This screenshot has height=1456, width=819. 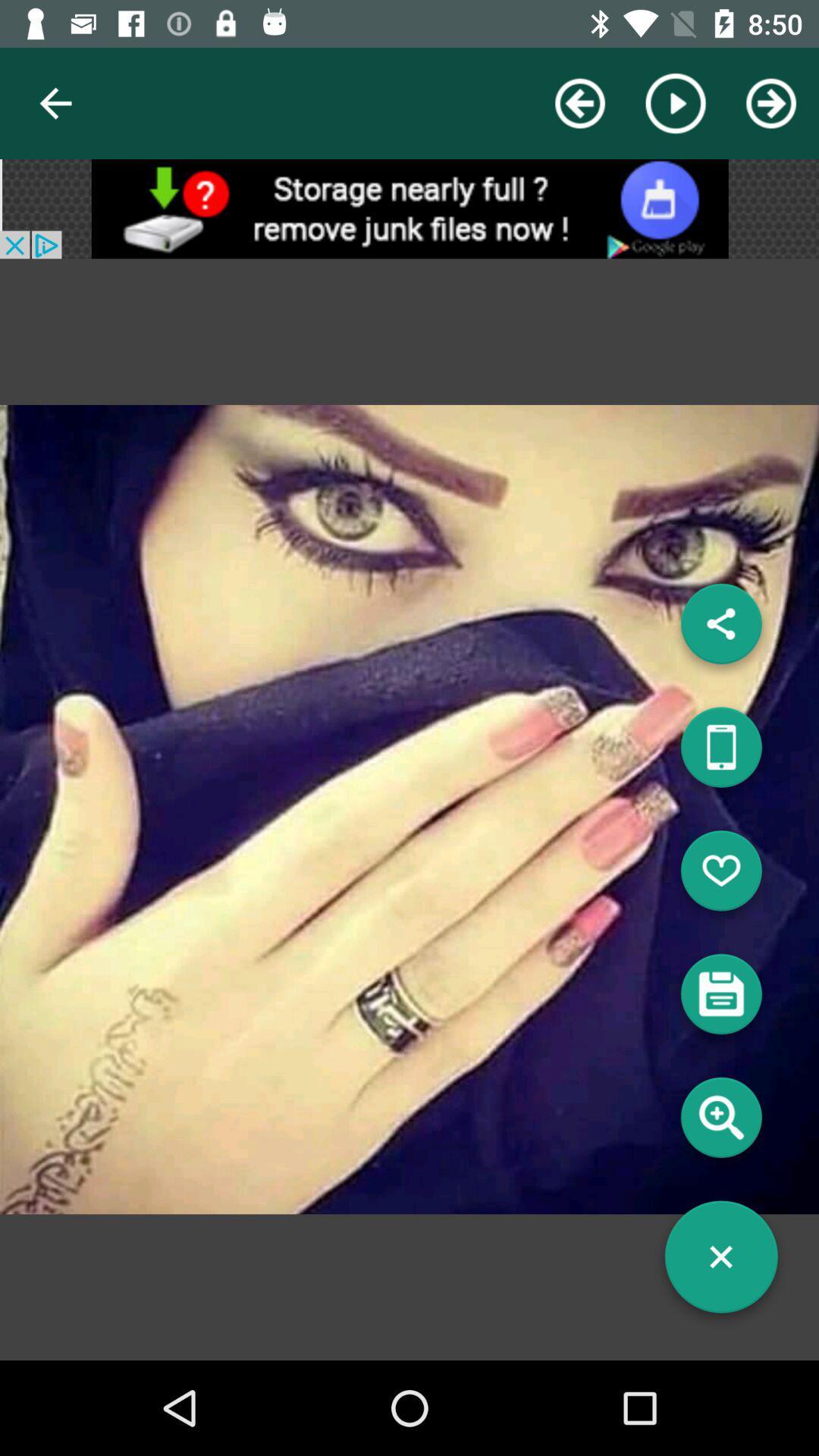 What do you see at coordinates (720, 999) in the screenshot?
I see `inbox` at bounding box center [720, 999].